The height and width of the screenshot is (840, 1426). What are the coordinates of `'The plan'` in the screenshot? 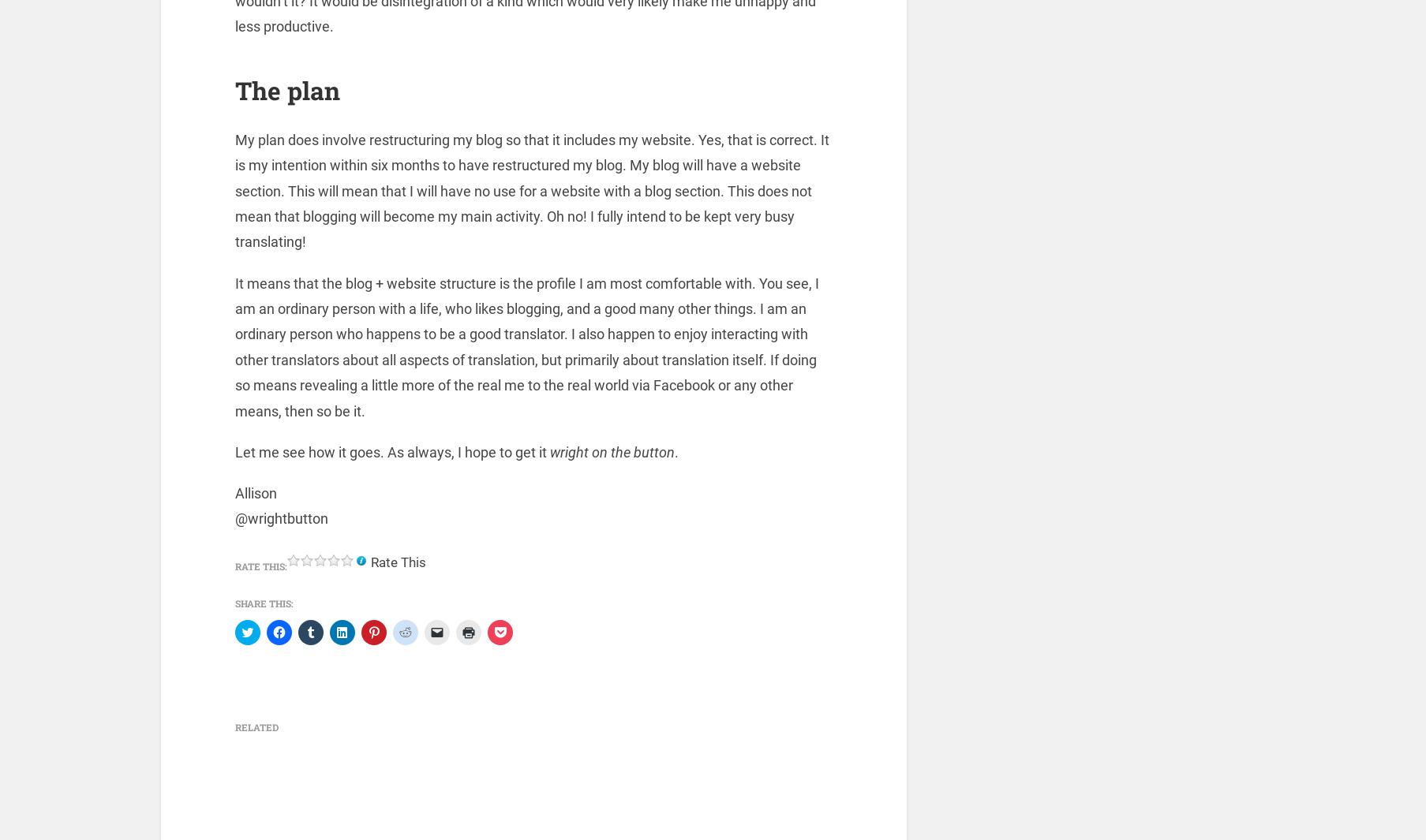 It's located at (286, 92).